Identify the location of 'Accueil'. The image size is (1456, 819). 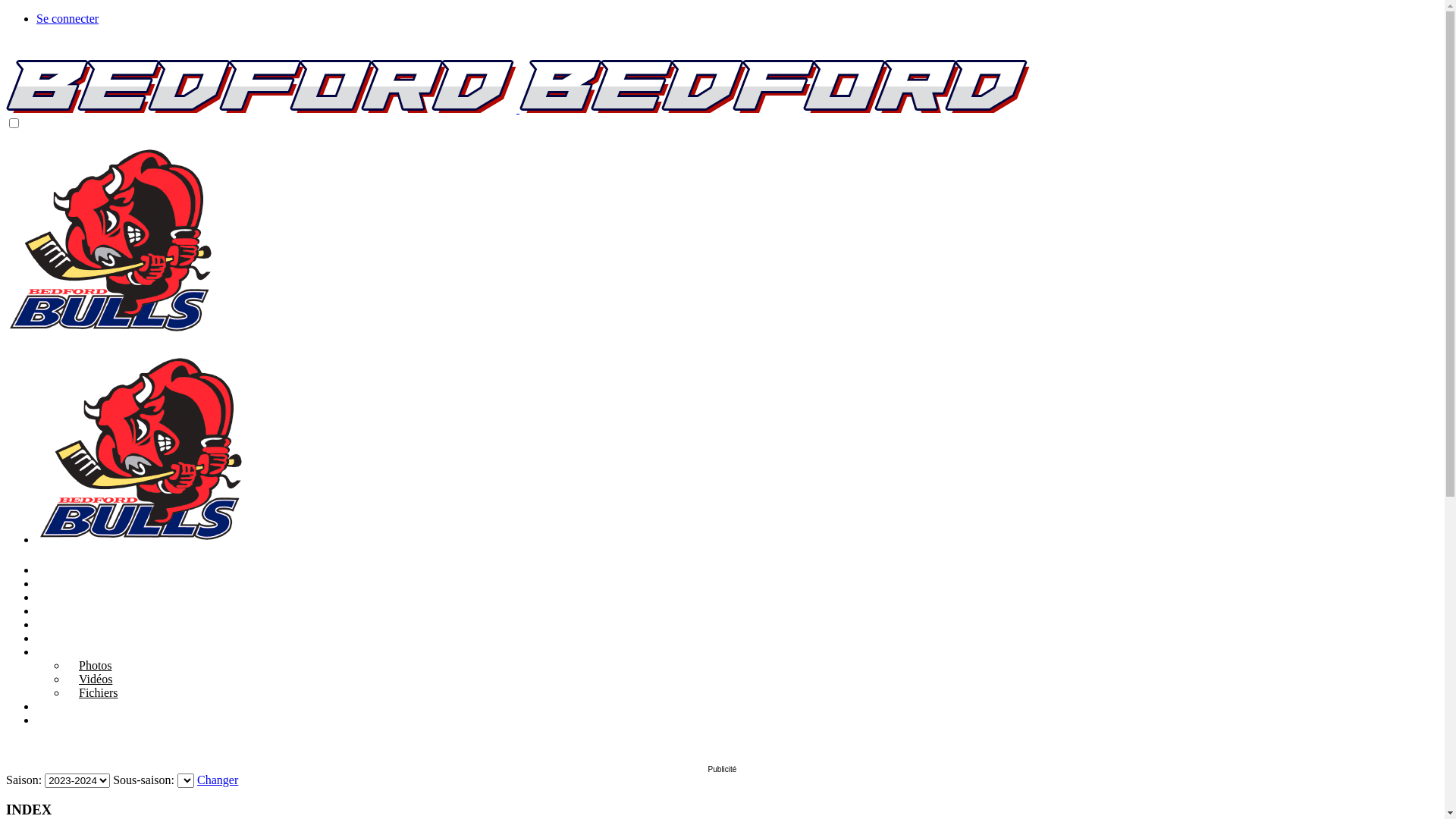
(55, 570).